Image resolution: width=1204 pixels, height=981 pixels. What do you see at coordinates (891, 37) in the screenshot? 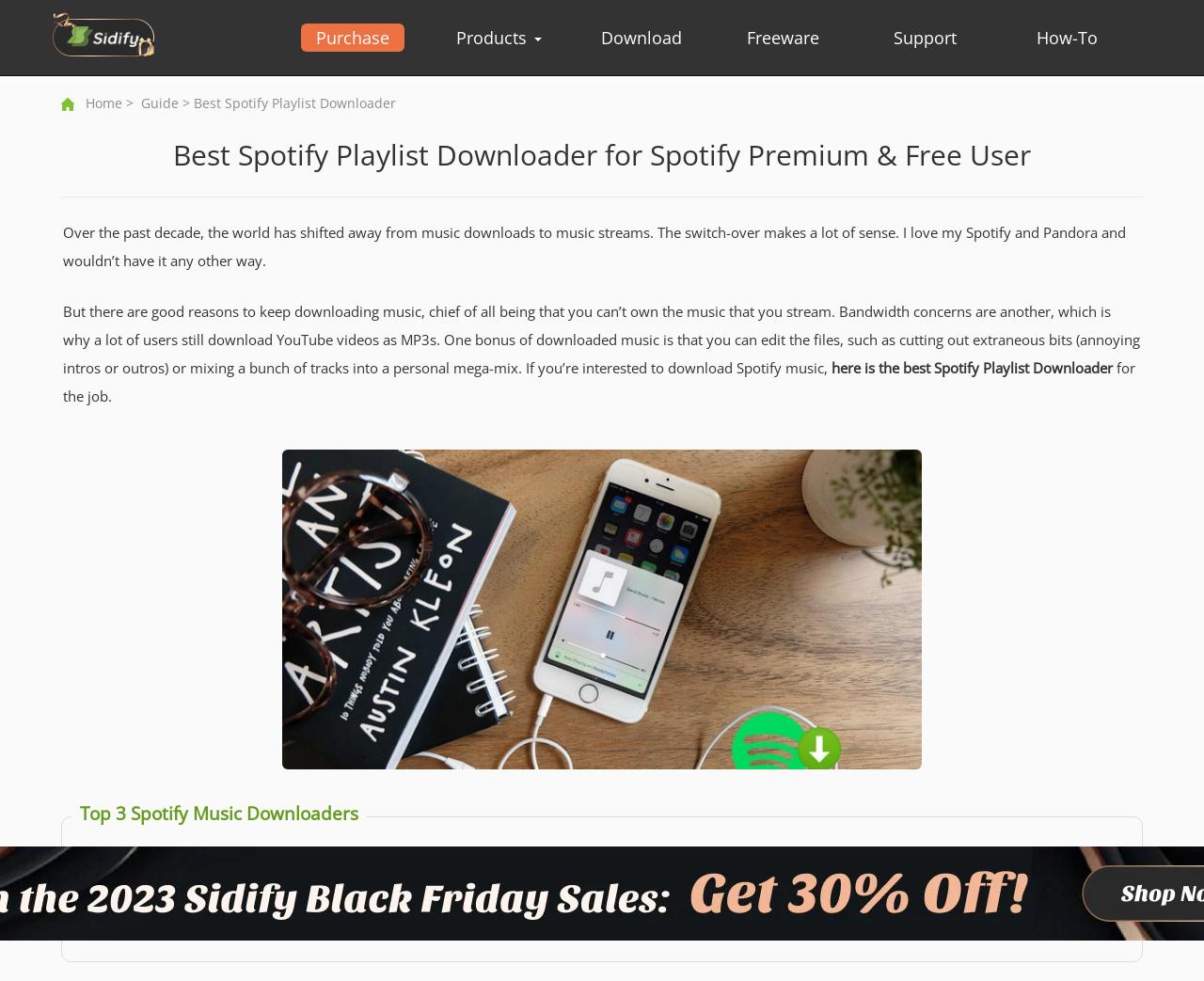
I see `'Support'` at bounding box center [891, 37].